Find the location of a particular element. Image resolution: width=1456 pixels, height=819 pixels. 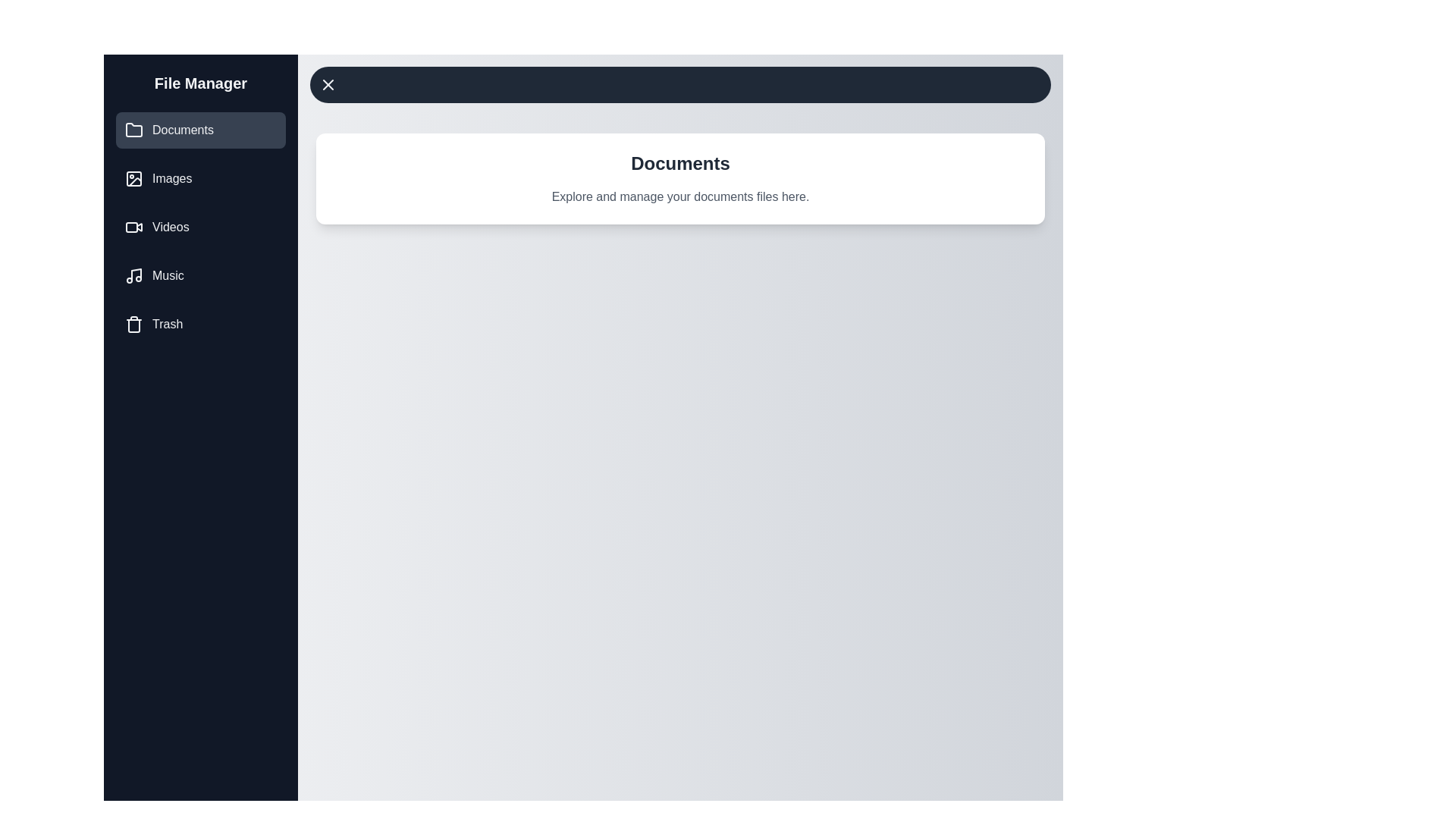

the toggle button to change the drawer's open/close state is located at coordinates (679, 84).